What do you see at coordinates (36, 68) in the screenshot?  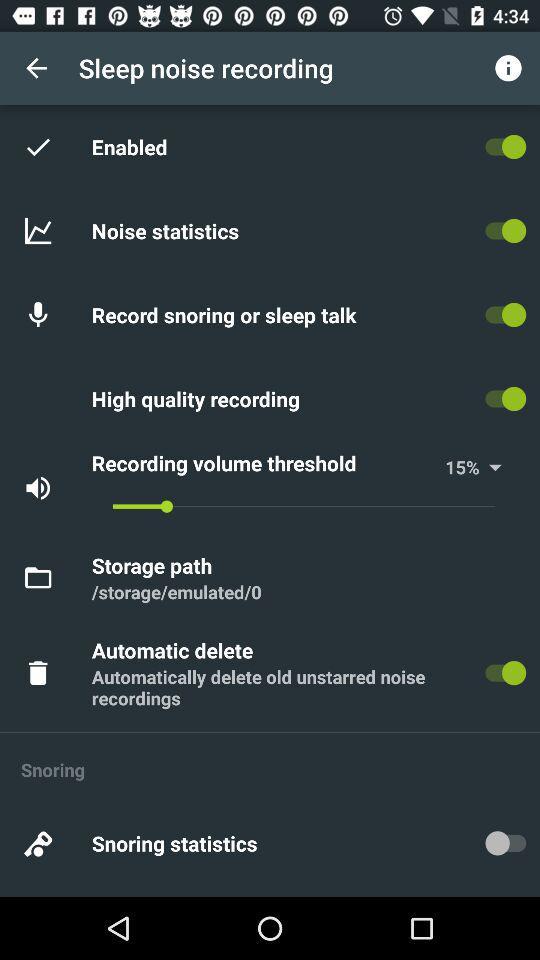 I see `app to the left of the sleep noise recording icon` at bounding box center [36, 68].